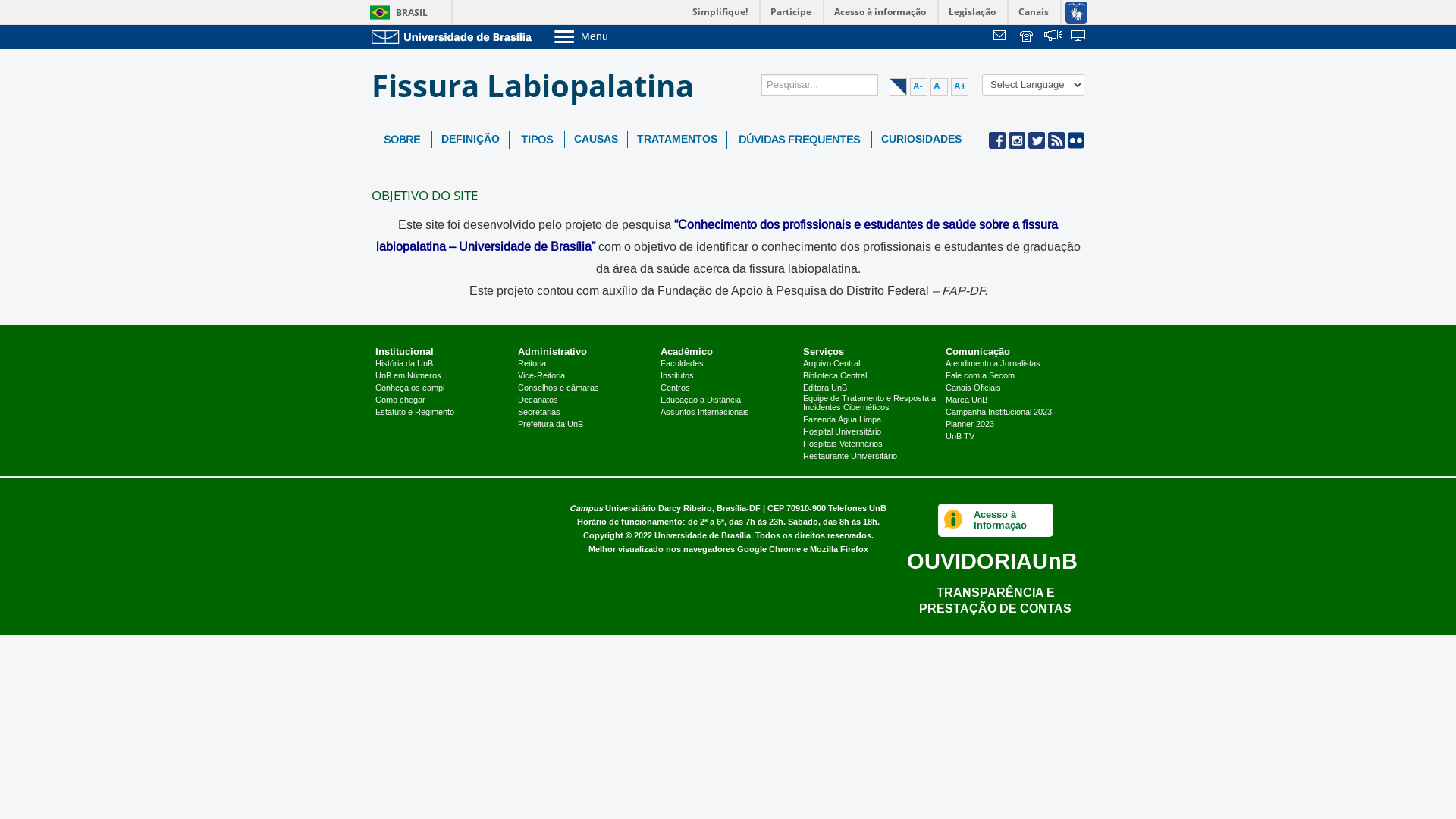 The image size is (1456, 819). Describe the element at coordinates (396, 12) in the screenshot. I see `'BRASIL'` at that location.